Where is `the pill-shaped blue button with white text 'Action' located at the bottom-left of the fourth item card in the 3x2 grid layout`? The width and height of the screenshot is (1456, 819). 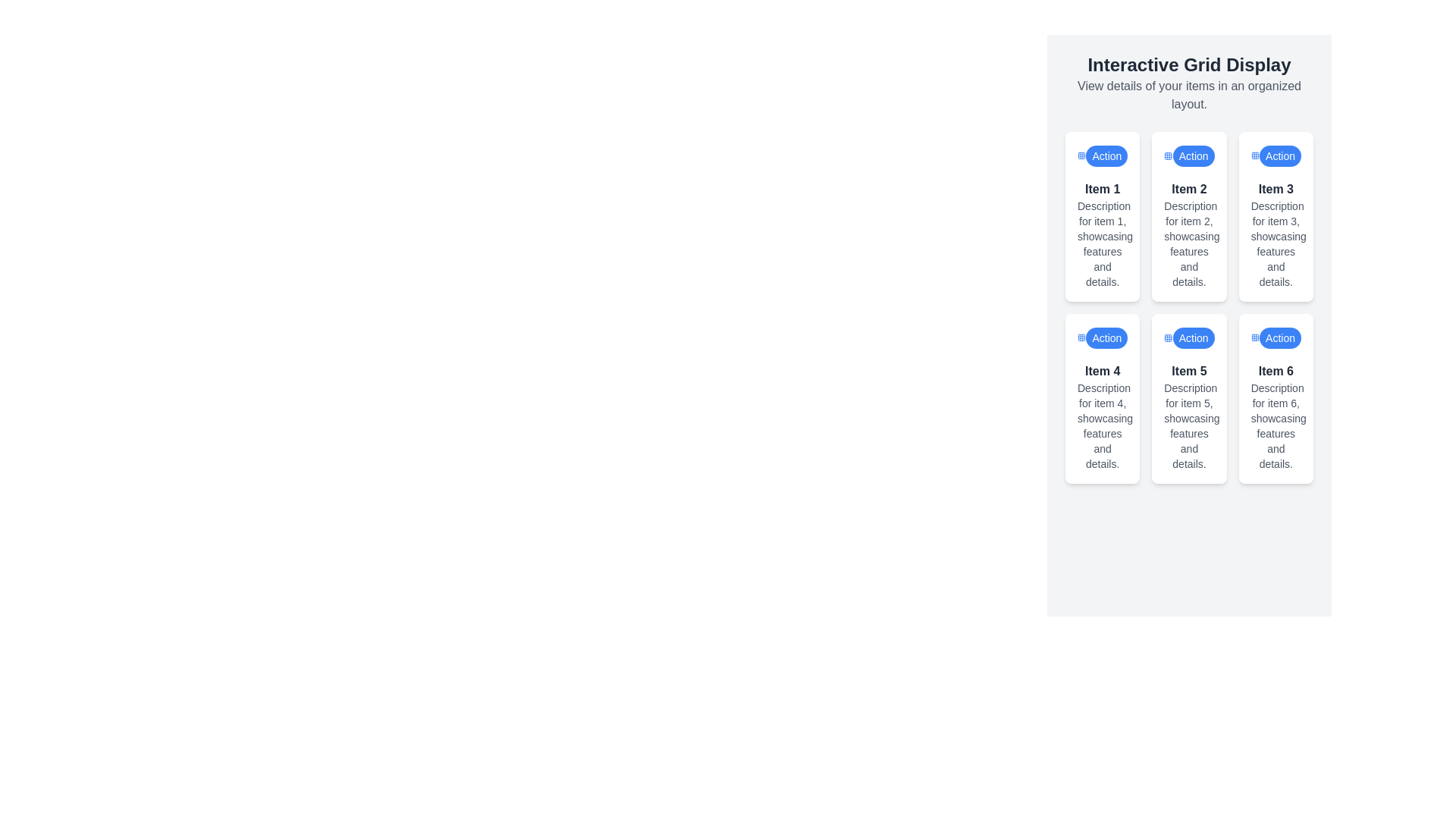
the pill-shaped blue button with white text 'Action' located at the bottom-left of the fourth item card in the 3x2 grid layout is located at coordinates (1106, 337).